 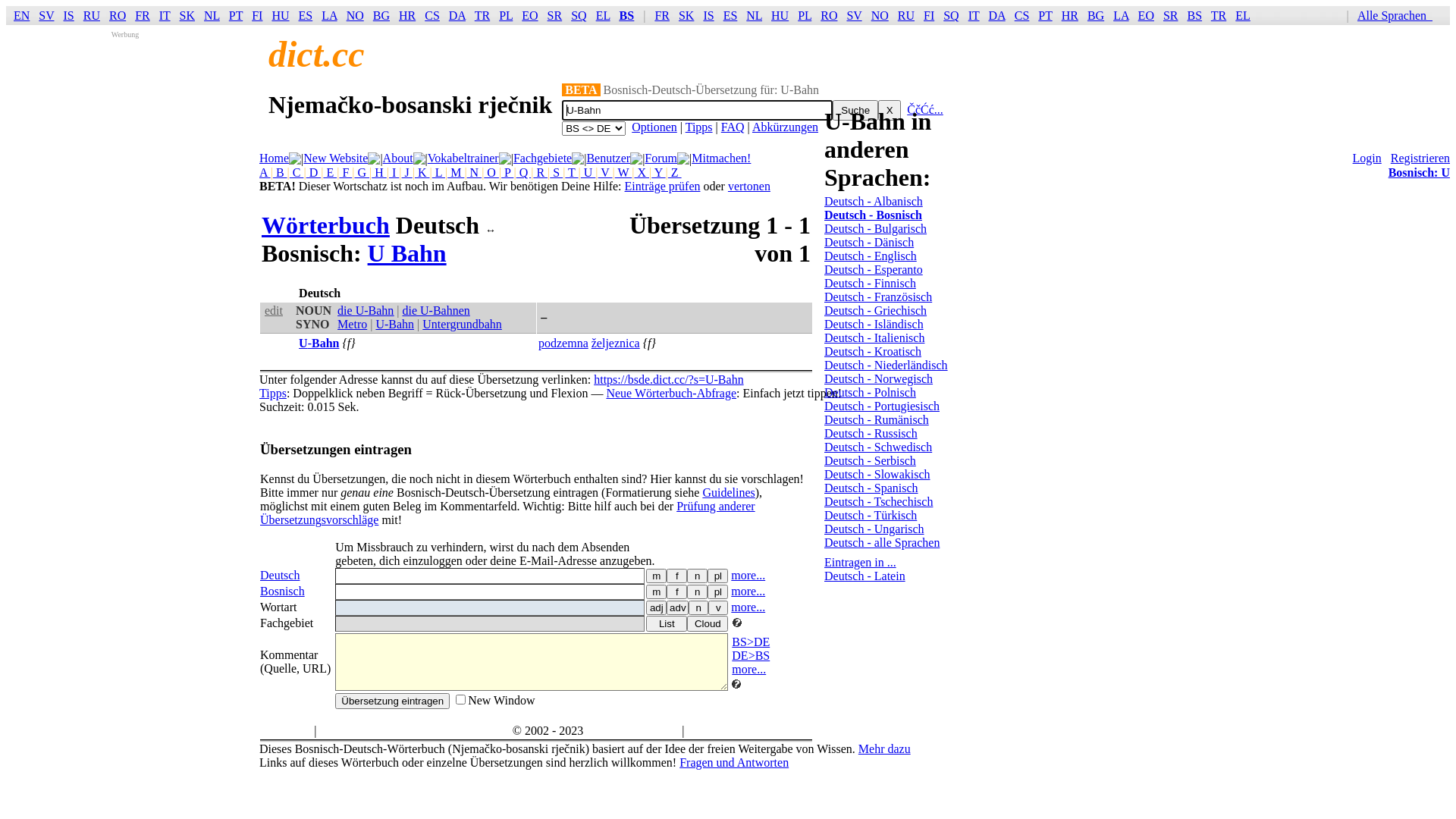 I want to click on 'Tipps', so click(x=259, y=392).